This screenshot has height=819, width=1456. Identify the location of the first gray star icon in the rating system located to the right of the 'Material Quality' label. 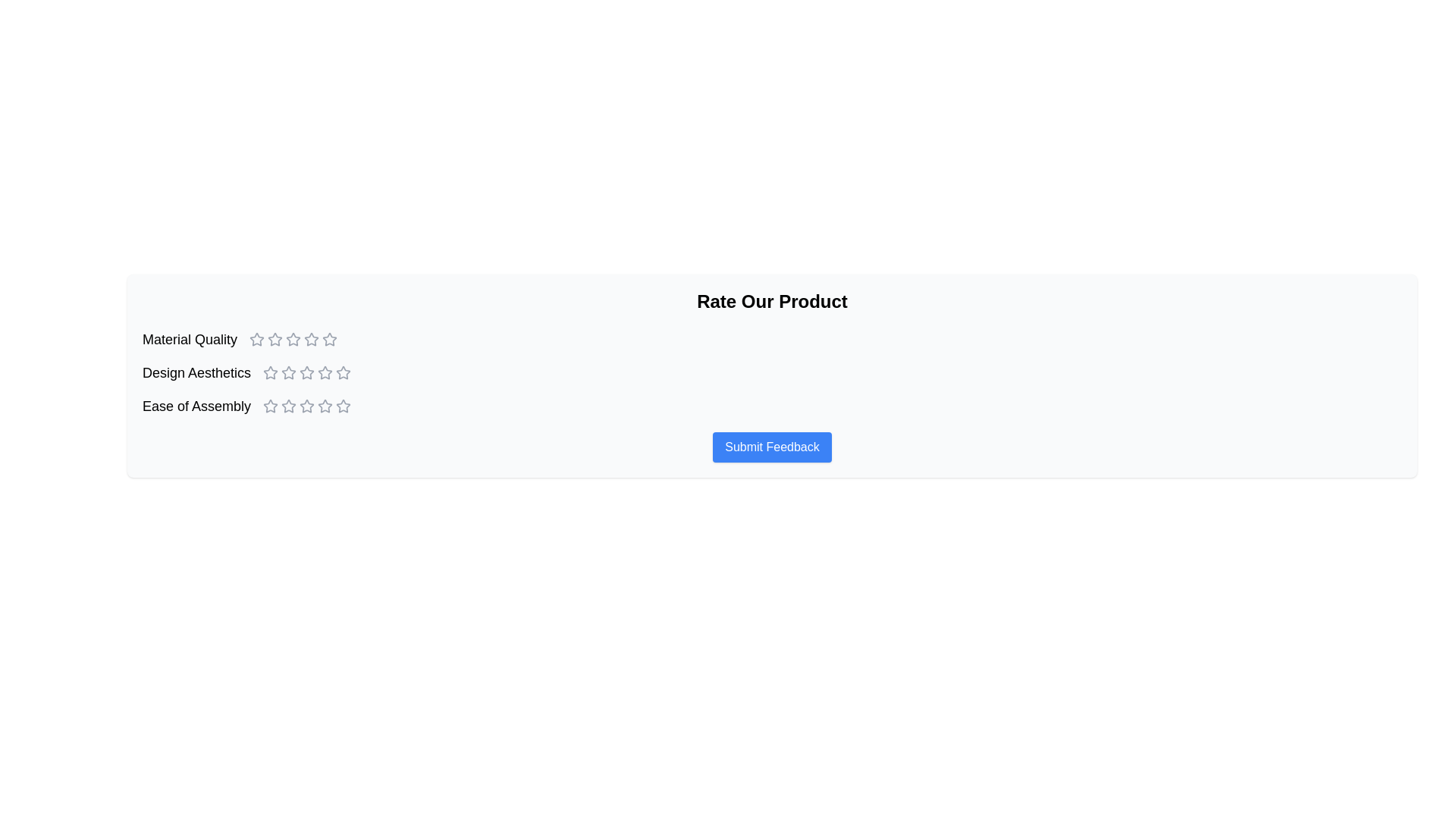
(257, 338).